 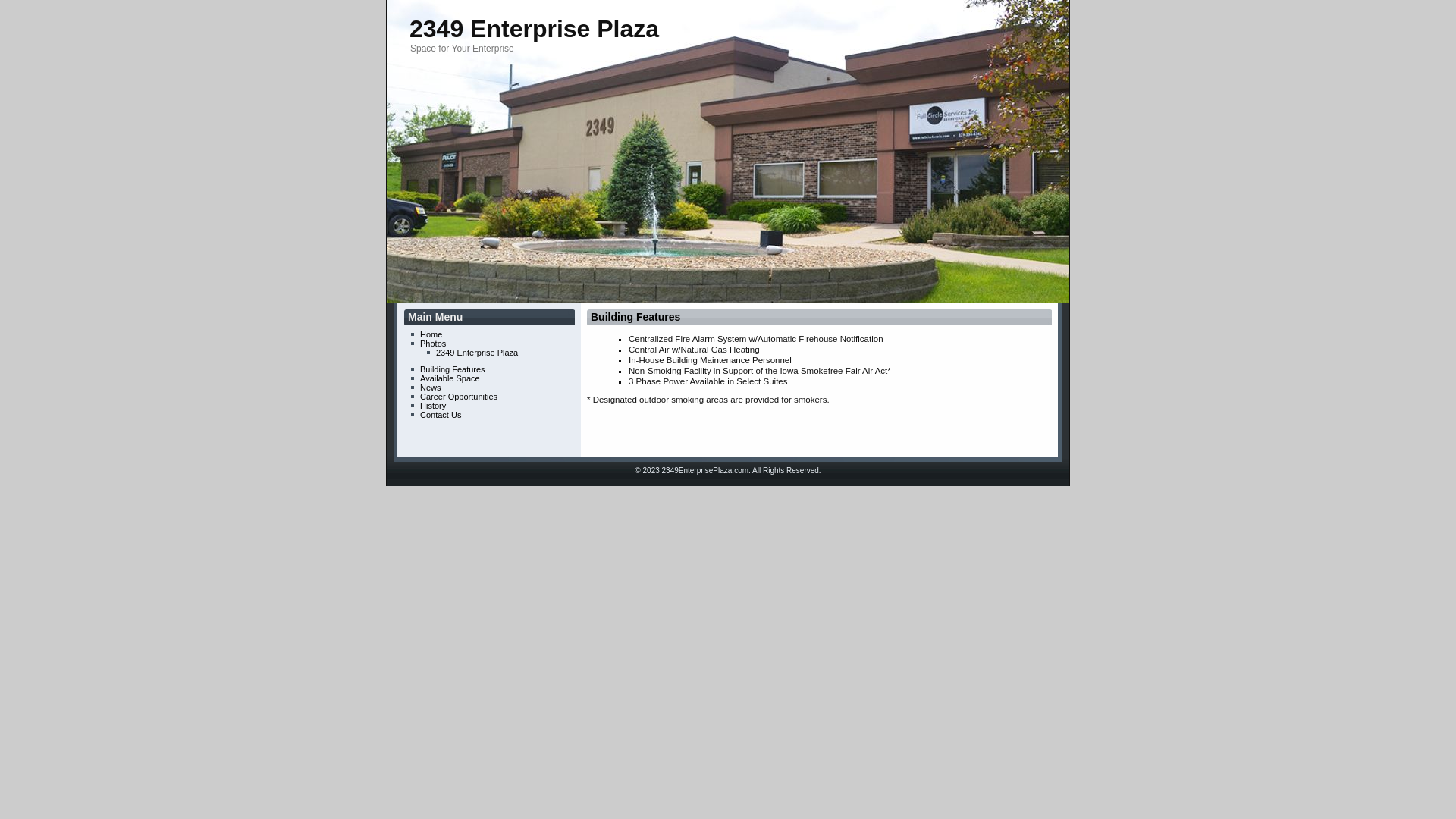 I want to click on 'News', so click(x=429, y=386).